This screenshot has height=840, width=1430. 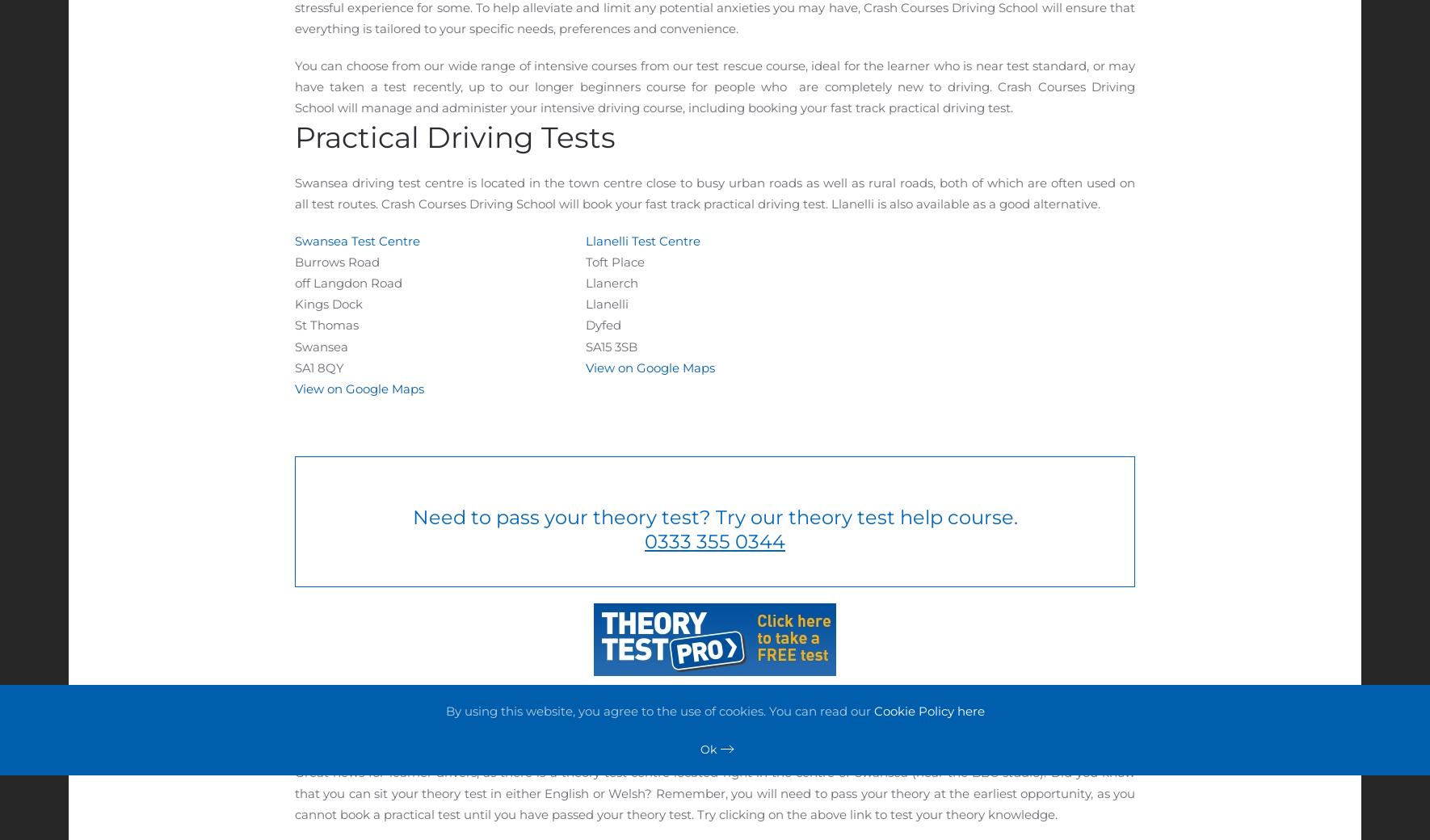 What do you see at coordinates (455, 137) in the screenshot?
I see `'Practical Driving Tests'` at bounding box center [455, 137].